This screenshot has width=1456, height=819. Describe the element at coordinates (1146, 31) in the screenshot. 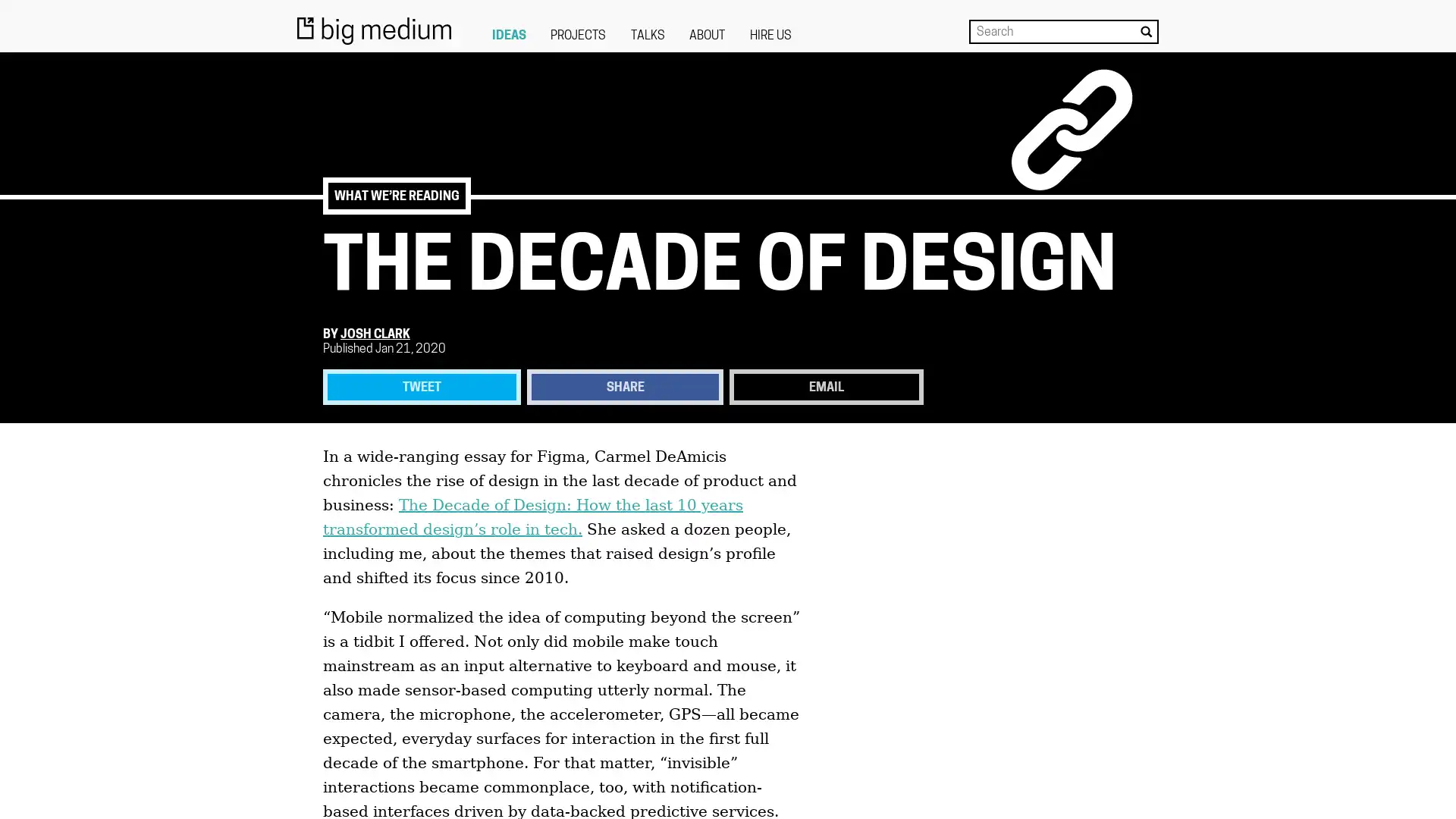

I see `Search` at that location.